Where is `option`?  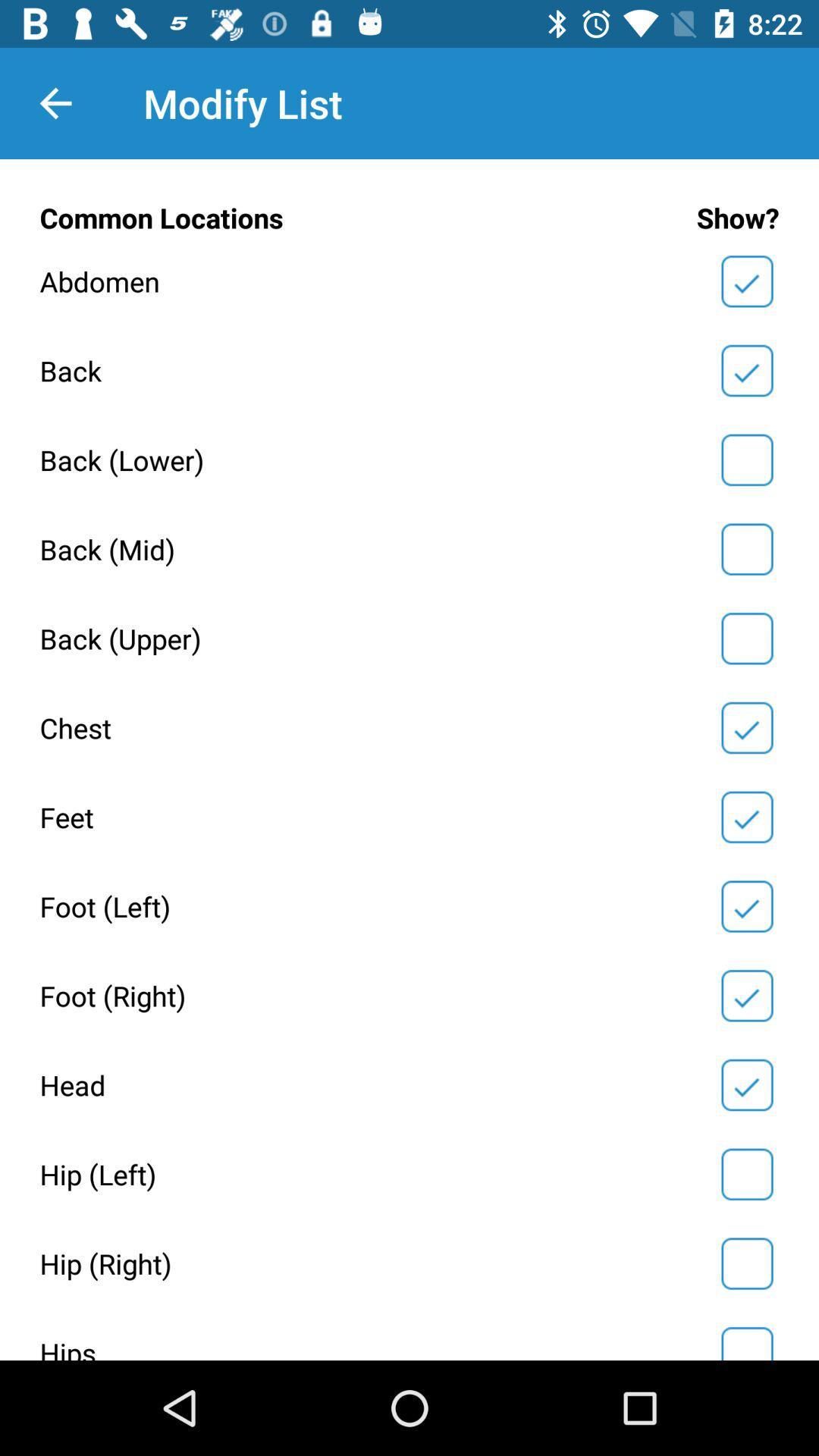 option is located at coordinates (746, 281).